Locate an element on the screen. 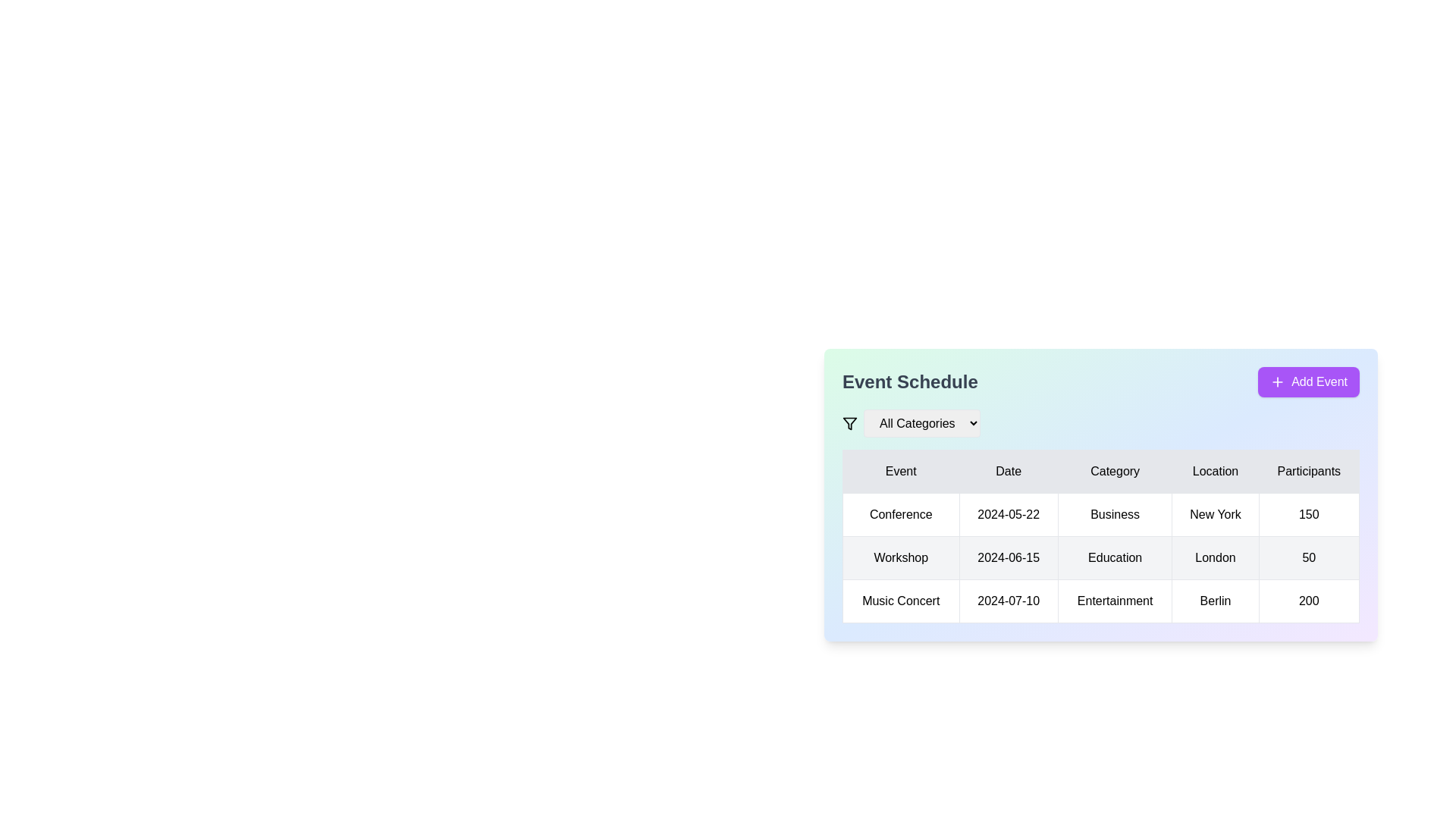  the second row in the events table is located at coordinates (1100, 558).